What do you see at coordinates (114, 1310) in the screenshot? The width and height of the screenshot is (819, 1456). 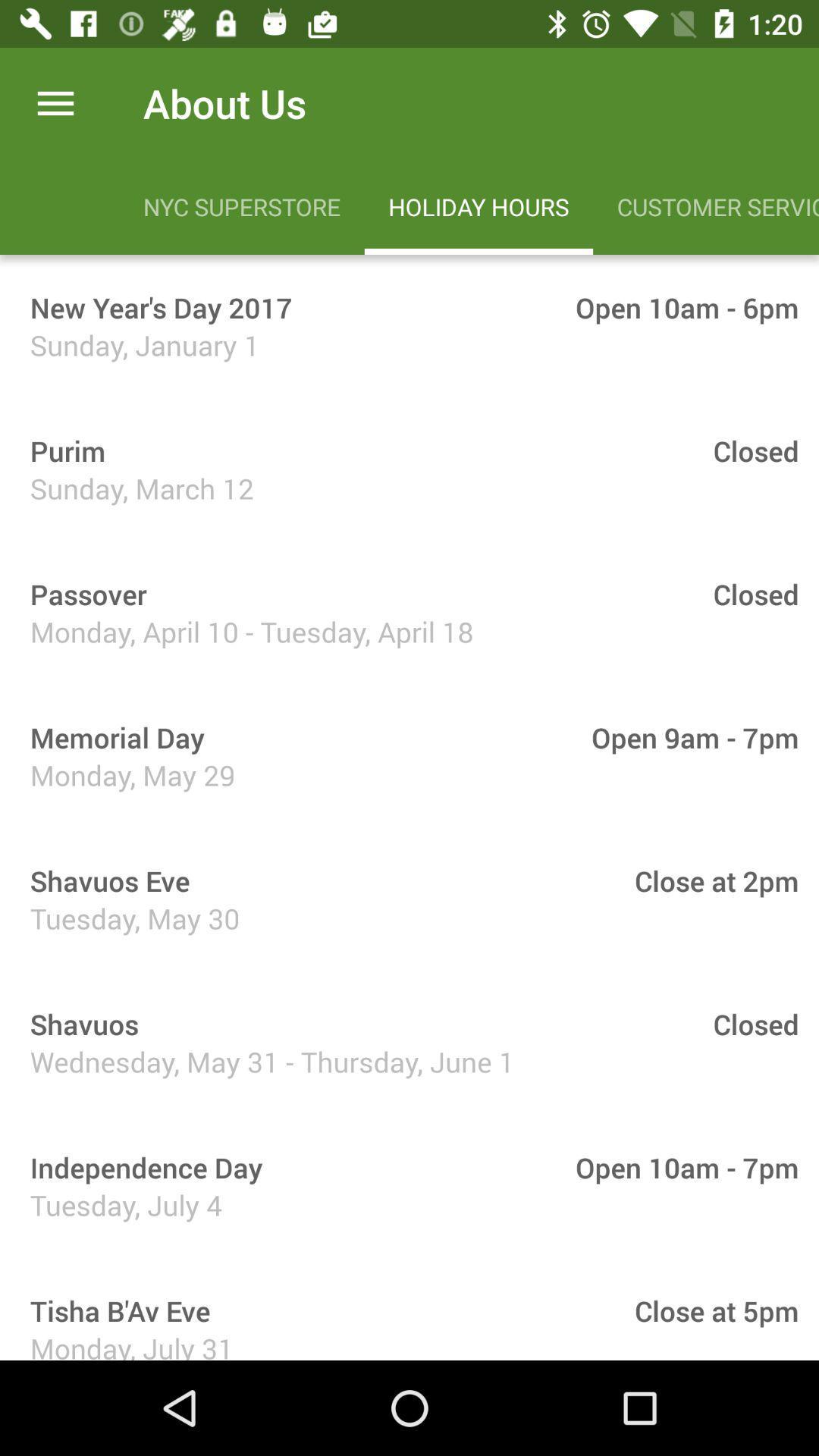 I see `the item next to close at 5pm item` at bounding box center [114, 1310].